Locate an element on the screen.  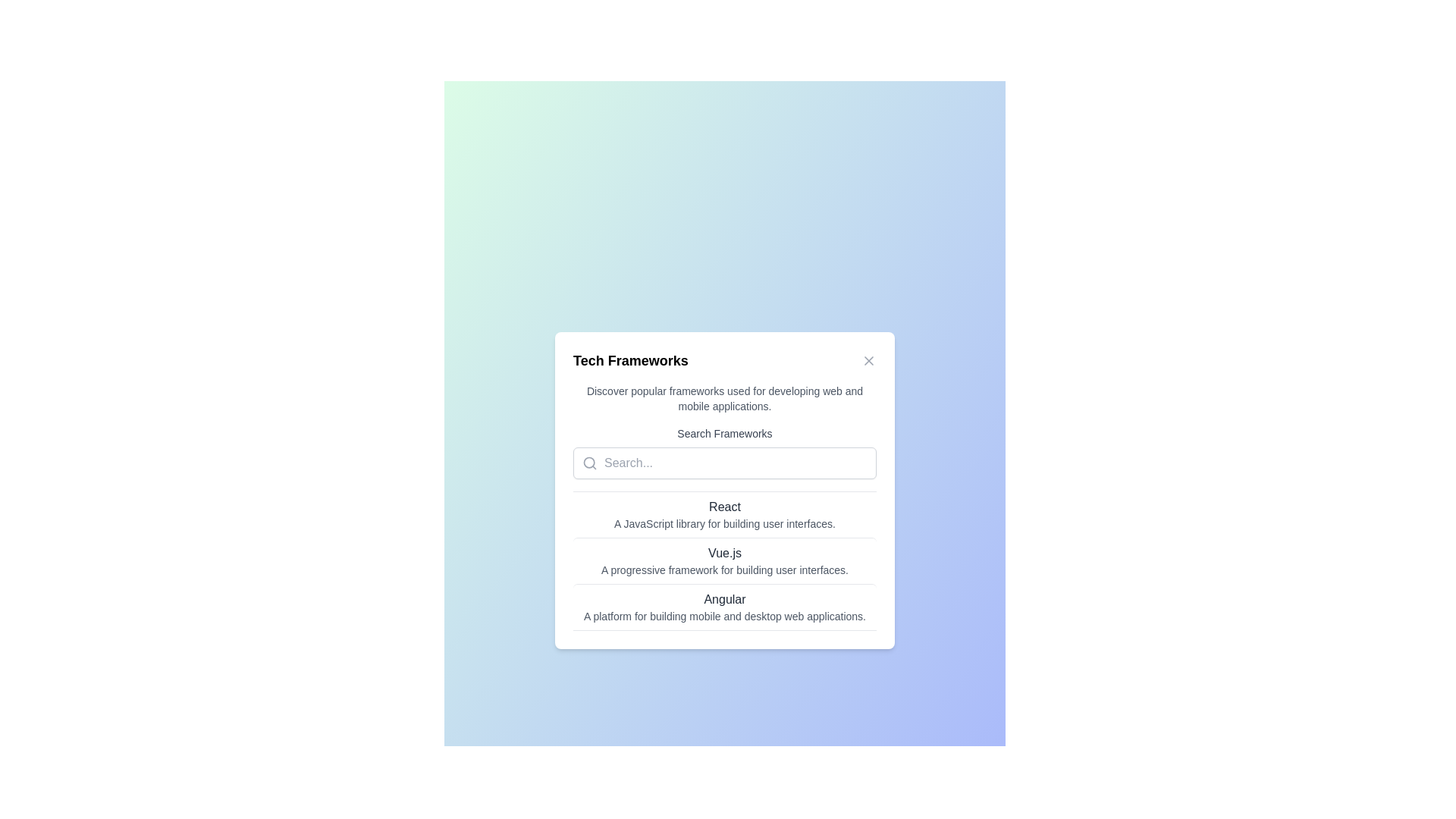
the 'Tech Frameworks' text label, which is displayed in a larger bold font at the top of a card-like interface is located at coordinates (630, 360).